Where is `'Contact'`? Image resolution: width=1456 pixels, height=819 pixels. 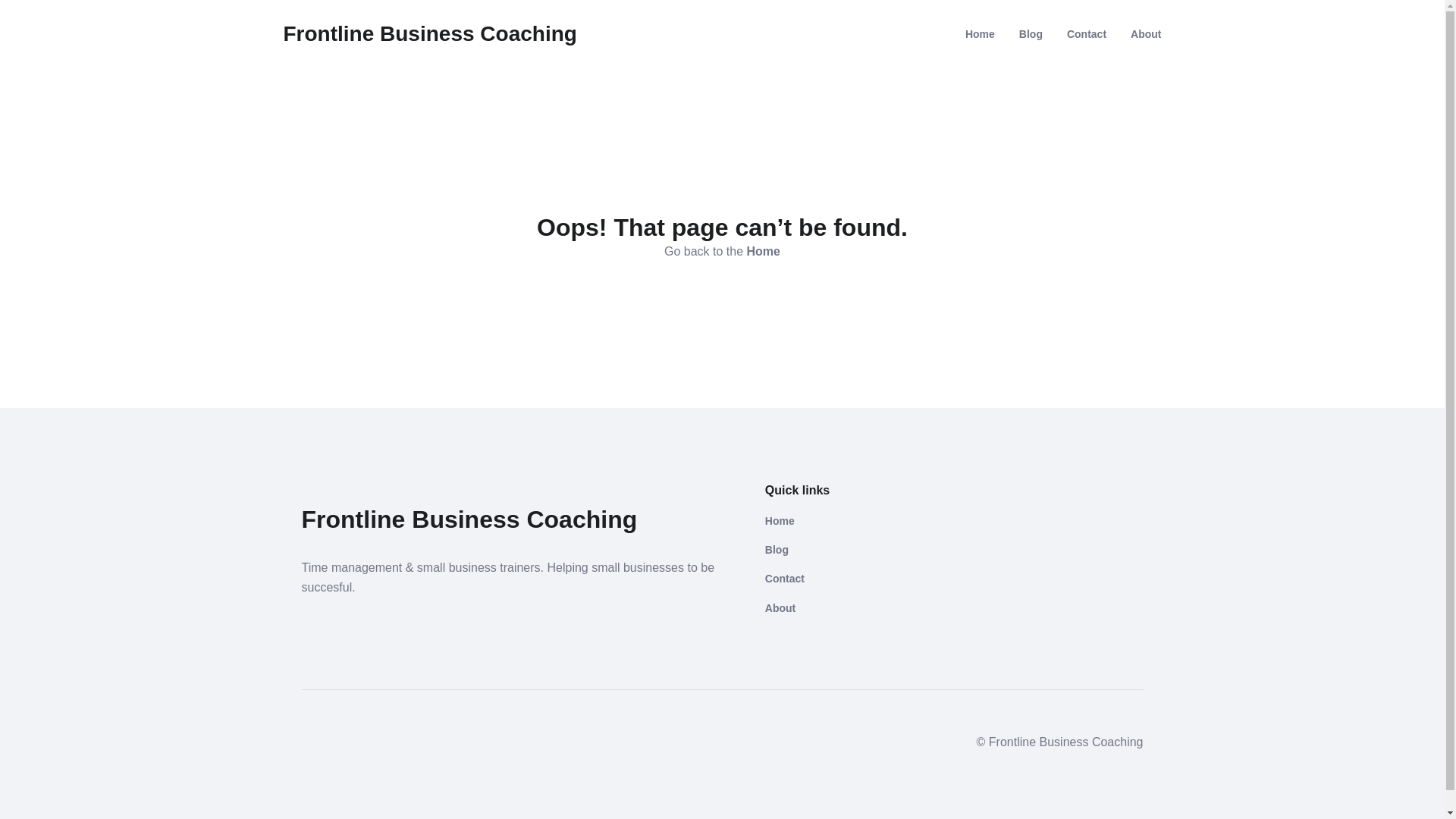 'Contact' is located at coordinates (850, 579).